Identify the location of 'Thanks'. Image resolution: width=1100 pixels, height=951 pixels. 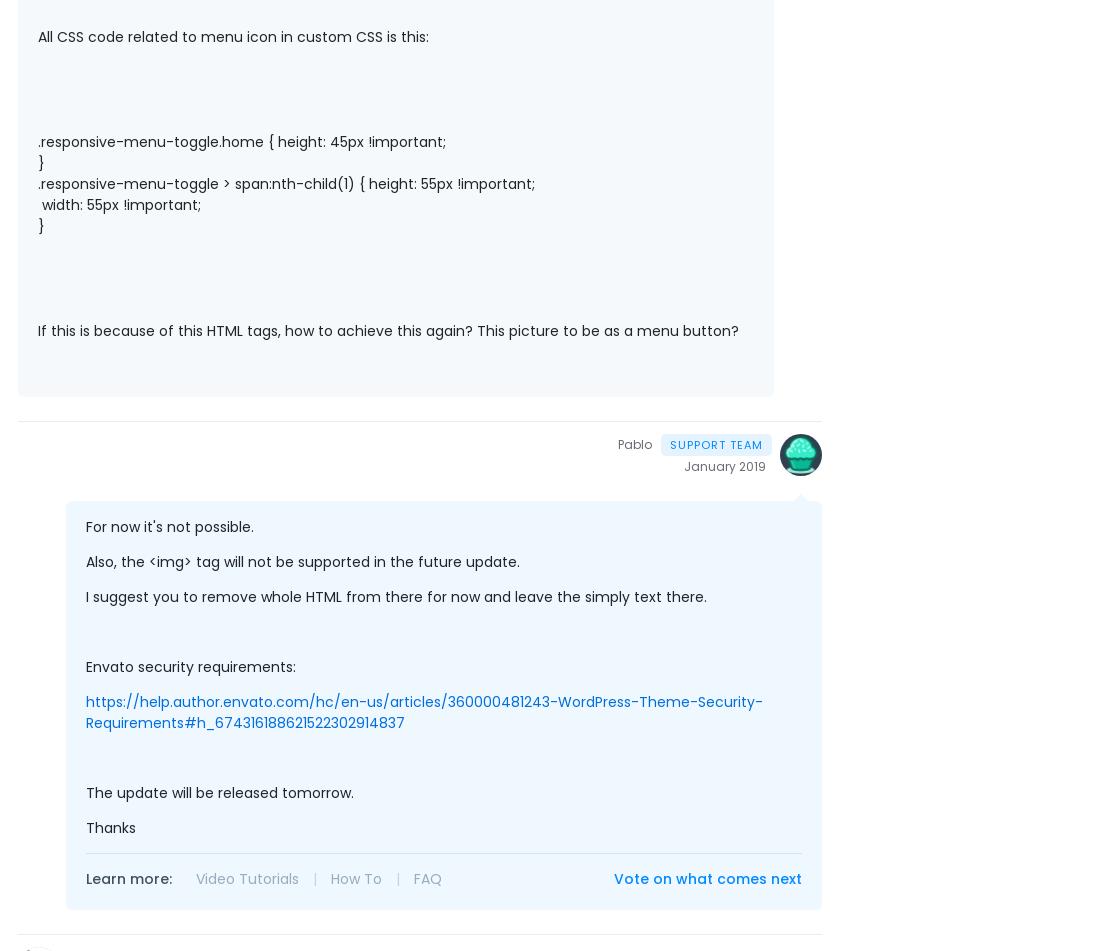
(110, 827).